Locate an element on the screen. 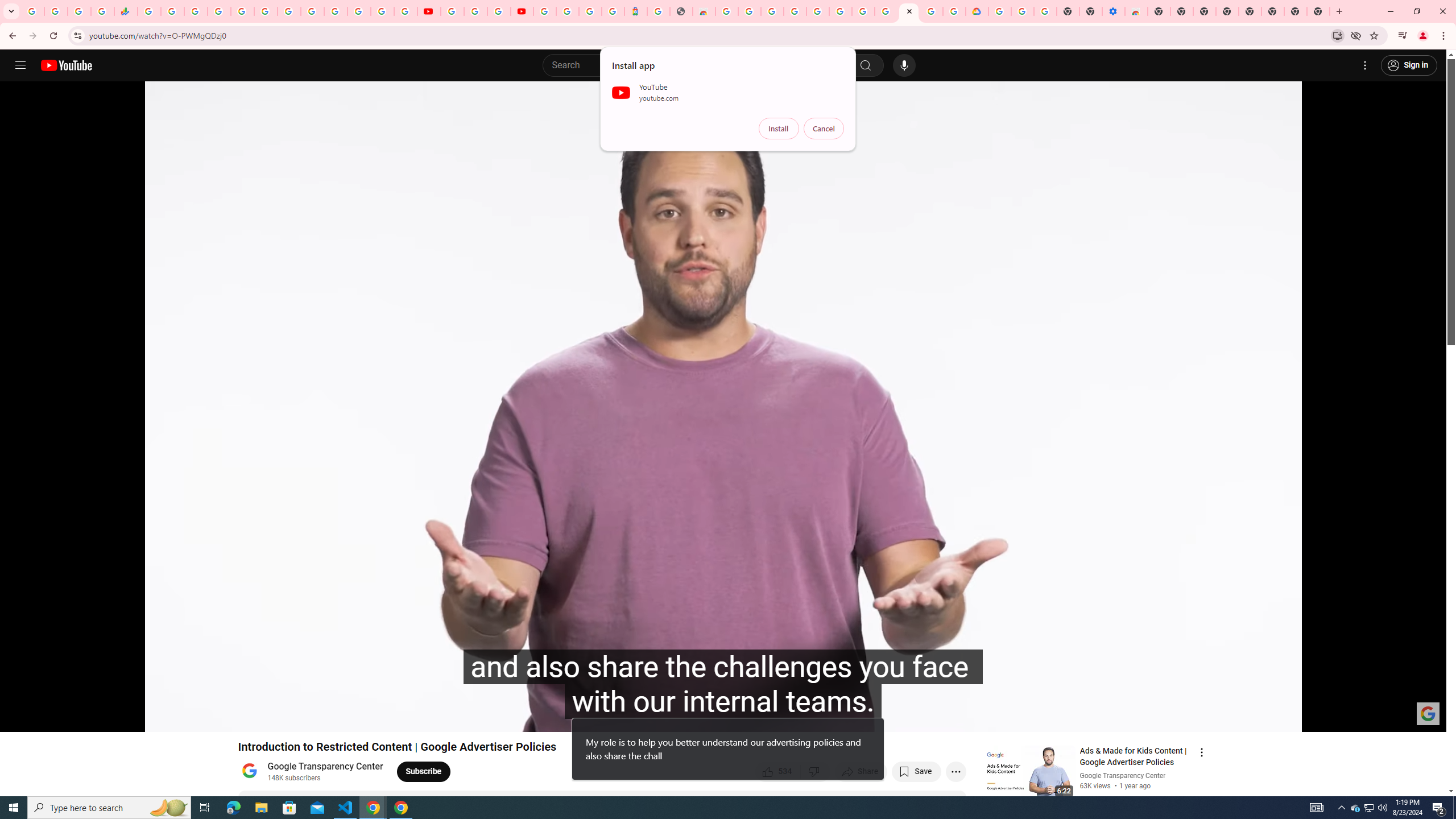 The image size is (1456, 819). 'YouTube' is located at coordinates (452, 11).